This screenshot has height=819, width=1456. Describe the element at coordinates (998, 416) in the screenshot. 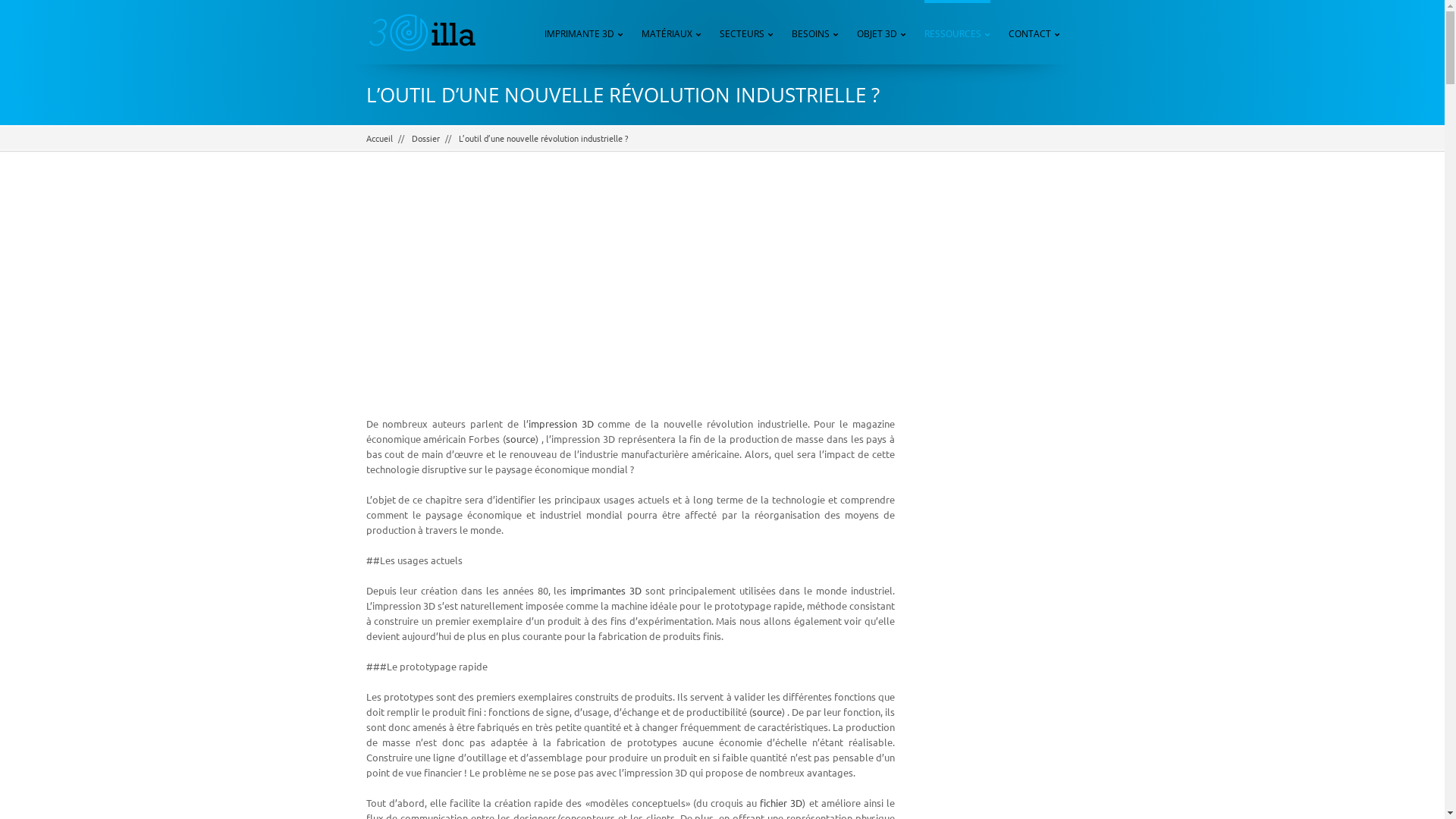

I see `'Advertisement'` at that location.